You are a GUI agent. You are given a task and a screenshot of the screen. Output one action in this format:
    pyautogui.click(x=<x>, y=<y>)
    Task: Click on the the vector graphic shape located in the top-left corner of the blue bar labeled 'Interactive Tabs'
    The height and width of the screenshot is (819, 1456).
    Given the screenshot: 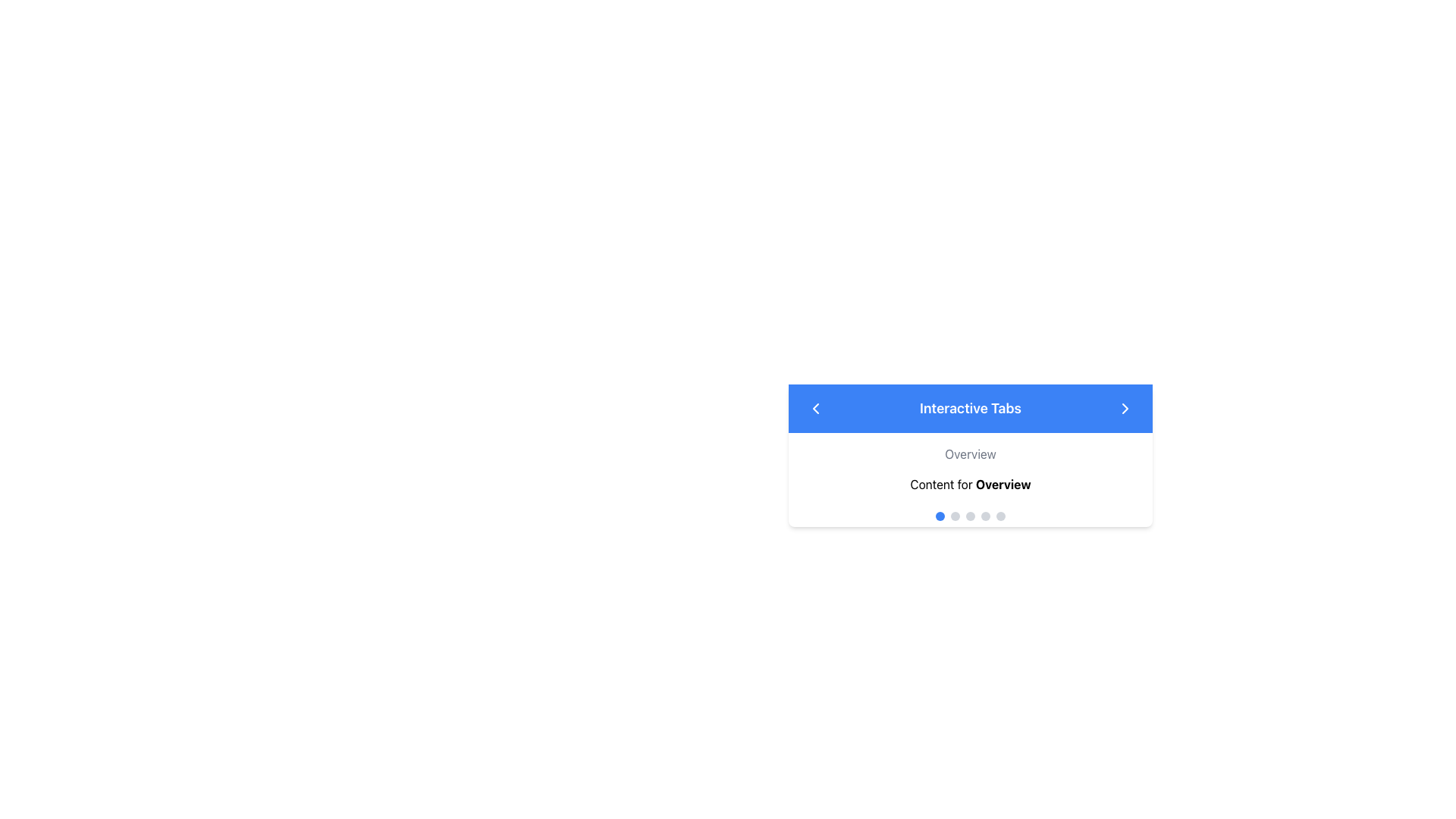 What is the action you would take?
    pyautogui.click(x=814, y=408)
    